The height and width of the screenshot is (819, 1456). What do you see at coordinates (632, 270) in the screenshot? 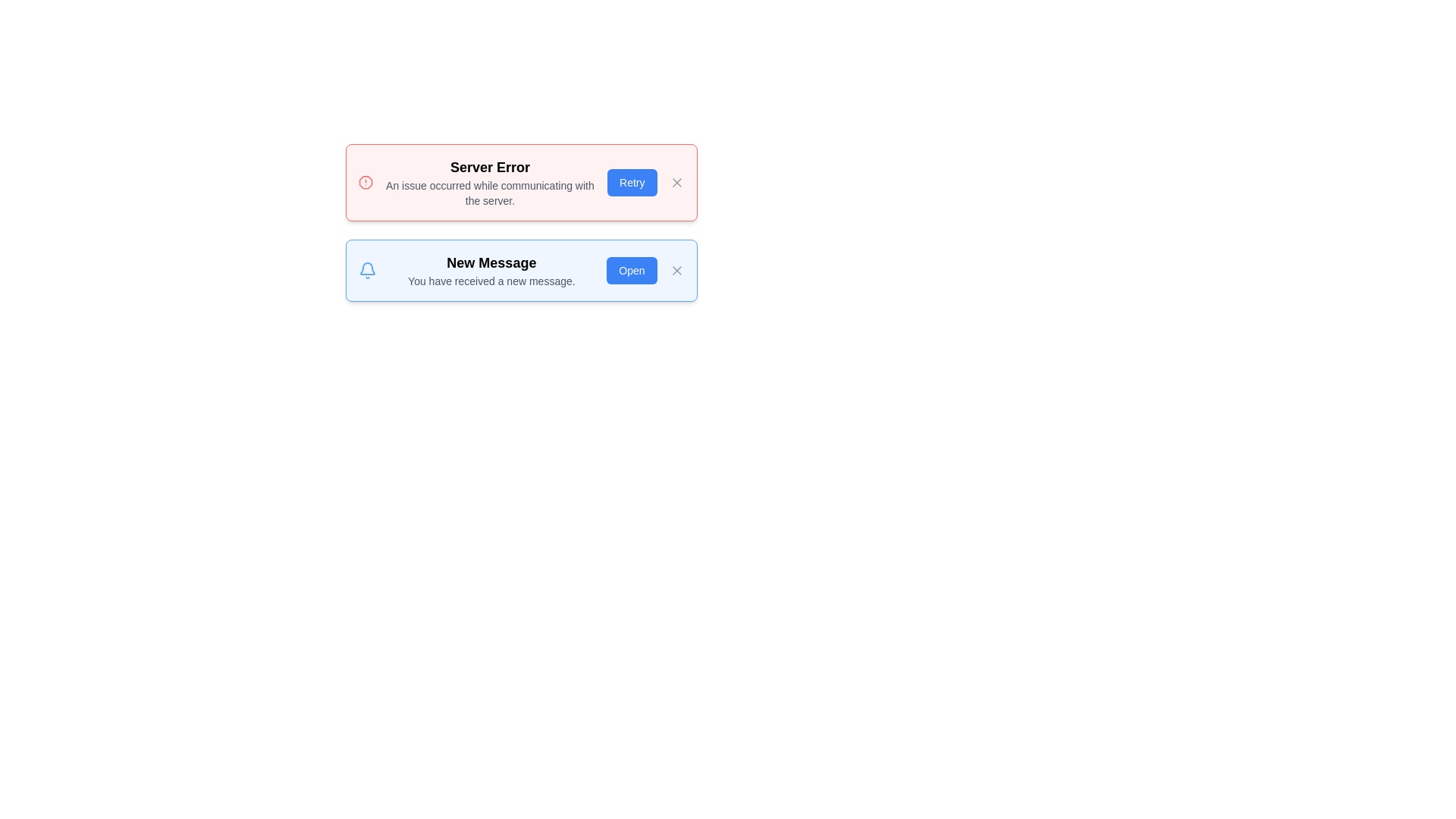
I see `the 'Open' button within the 'New Message' notification card for keyboard interaction` at bounding box center [632, 270].